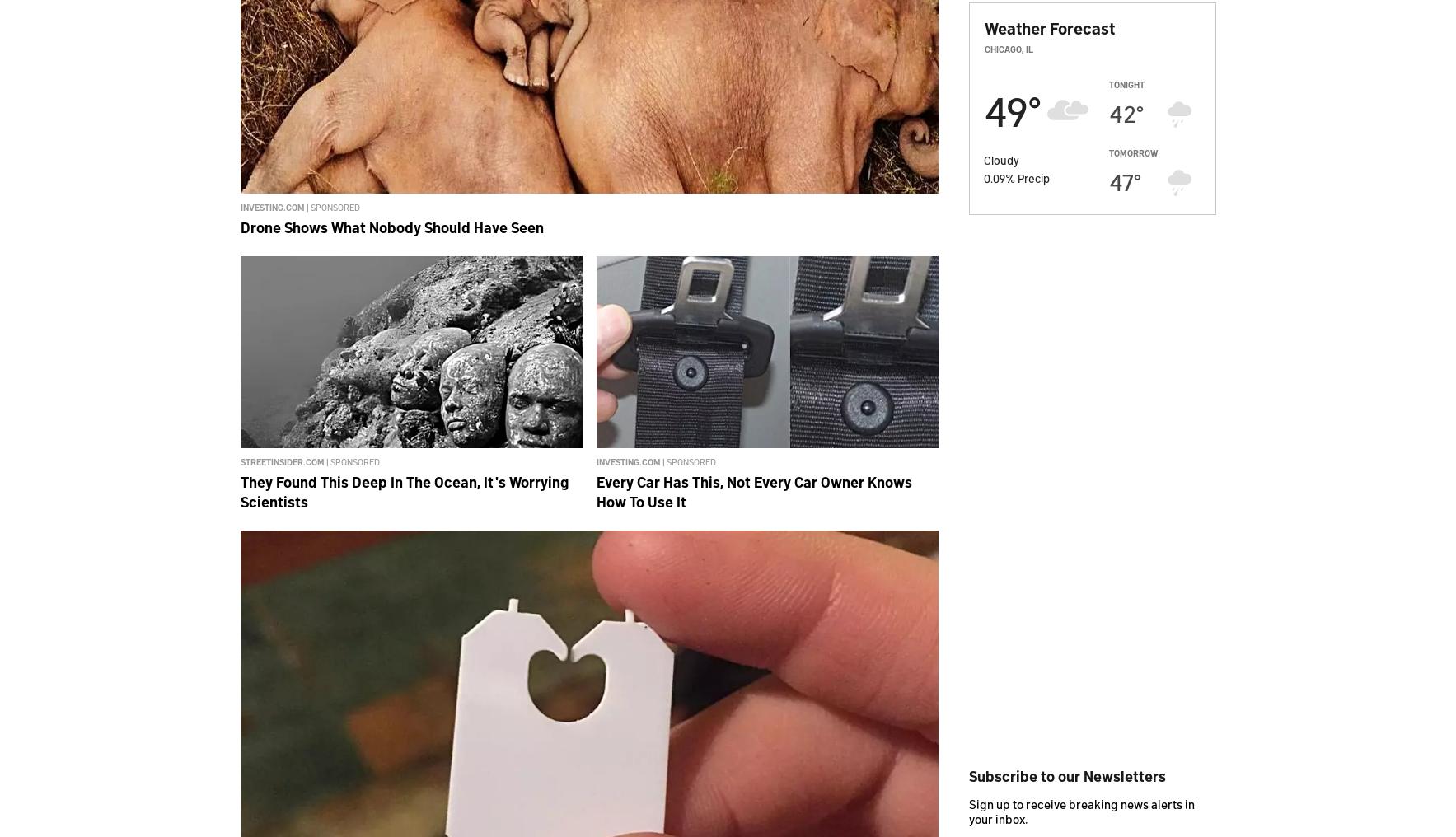  I want to click on 'Sign up to receive breaking news alerts in your inbox.', so click(1079, 810).